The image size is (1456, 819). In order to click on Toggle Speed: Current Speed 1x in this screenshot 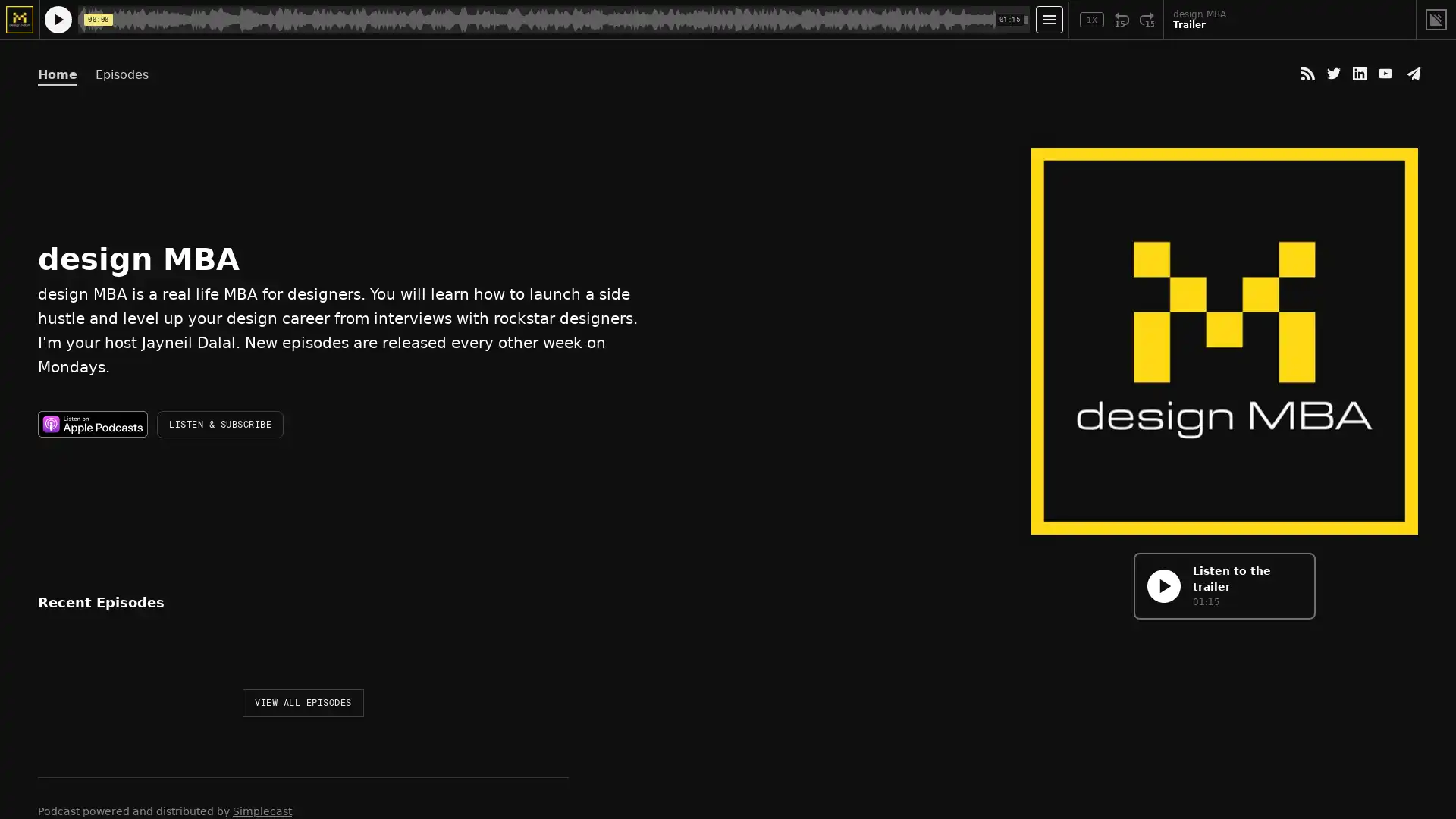, I will do `click(1092, 20)`.